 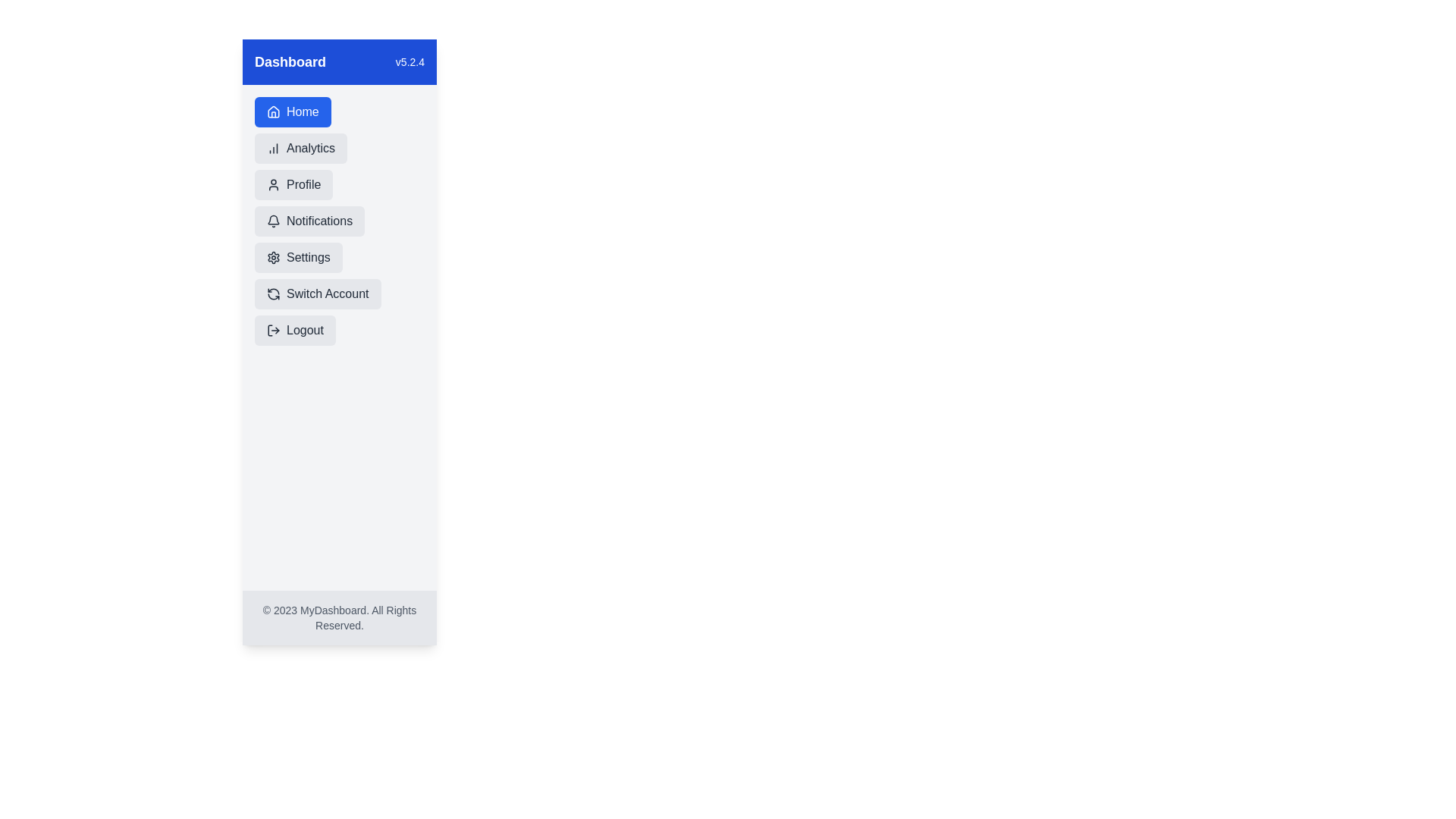 I want to click on the 'Settings' text label in the vertical navigation menu, which is styled in gray on a light gray background and is positioned between 'Notifications' and 'Switch Account', so click(x=307, y=256).